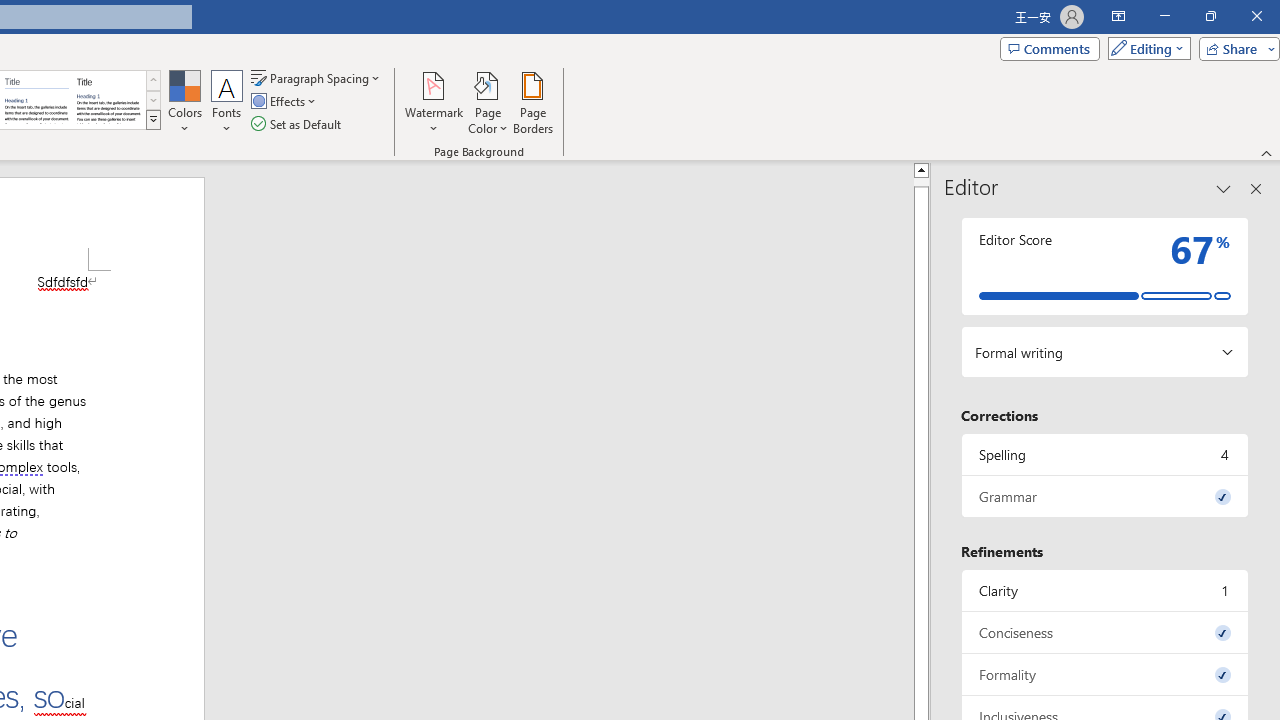  What do you see at coordinates (533, 103) in the screenshot?
I see `'Page Borders...'` at bounding box center [533, 103].